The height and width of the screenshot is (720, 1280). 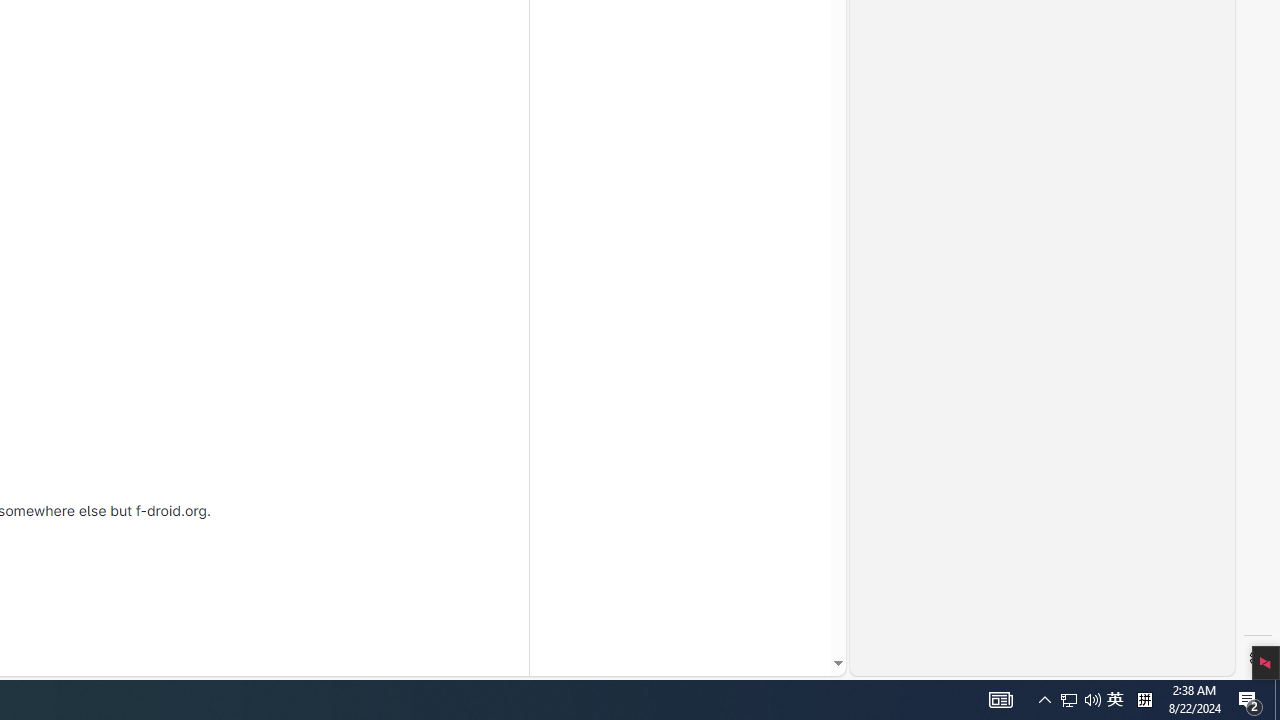 What do you see at coordinates (1068, 698) in the screenshot?
I see `'User Promoted Notification Area'` at bounding box center [1068, 698].